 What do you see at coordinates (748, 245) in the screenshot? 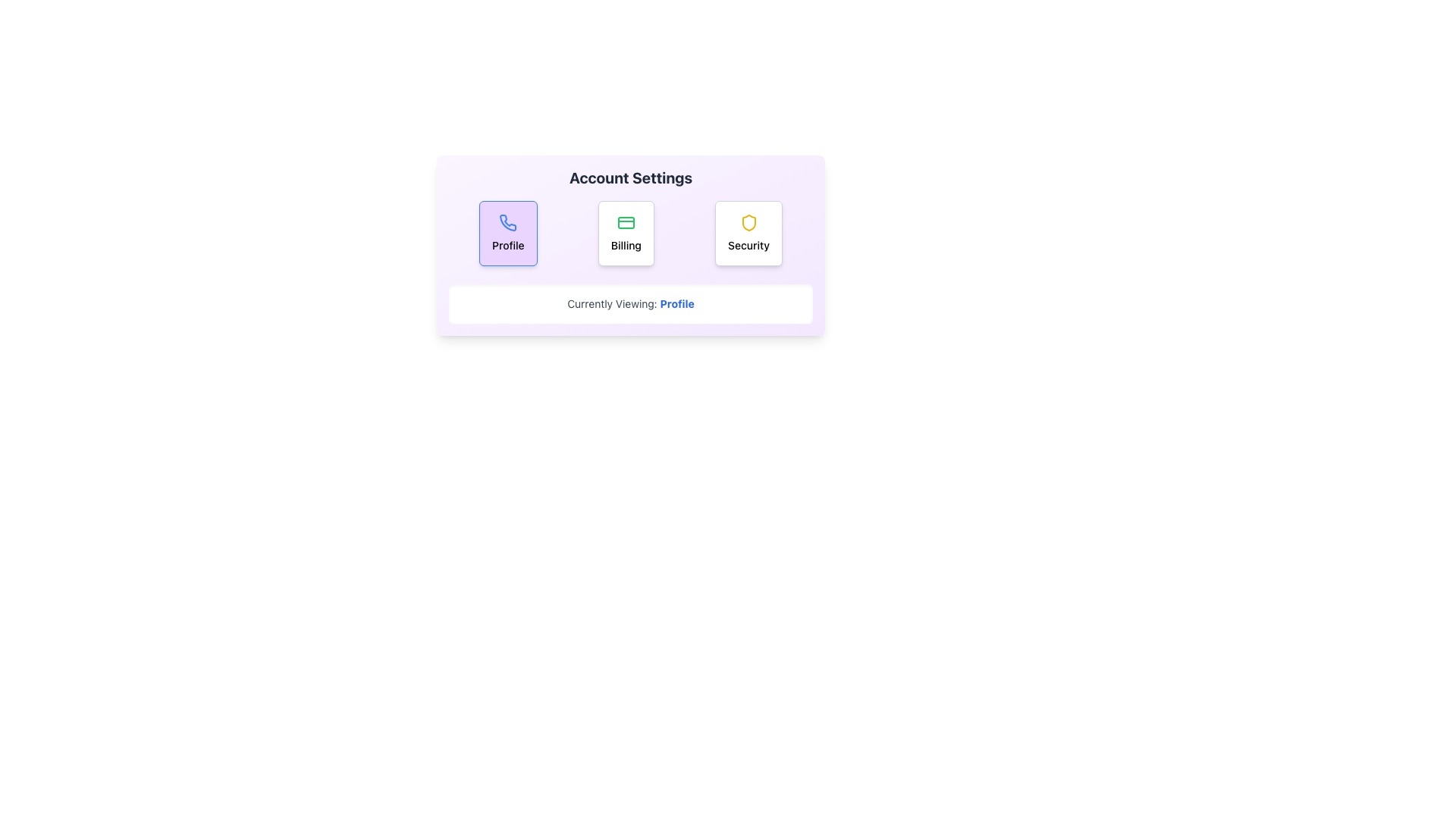
I see `the 'Security' text label, which is styled as a small dark text beneath a yellow shield icon within a card-like structure in the 'Account Settings' section` at bounding box center [748, 245].